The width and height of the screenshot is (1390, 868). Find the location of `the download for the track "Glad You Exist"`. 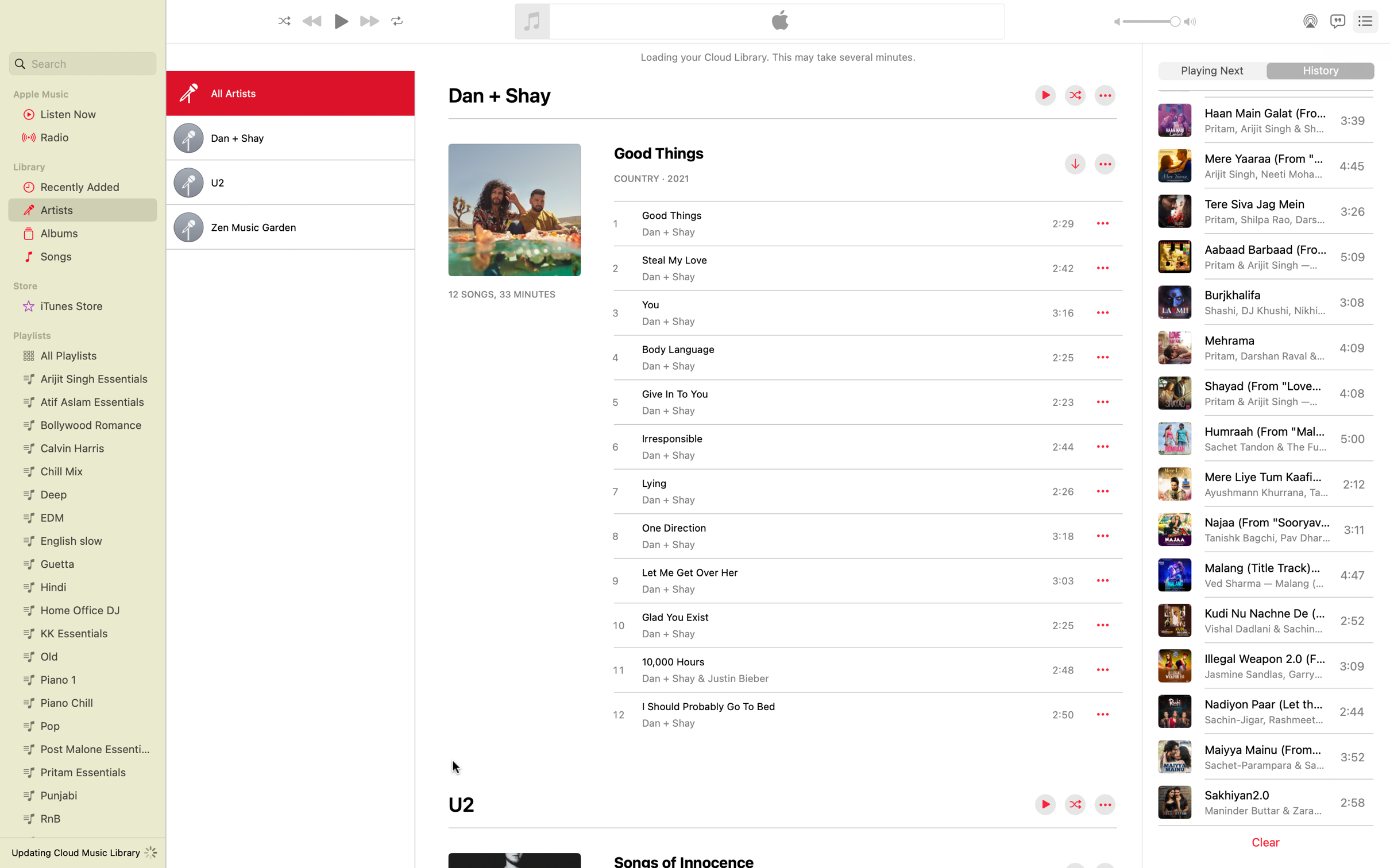

the download for the track "Glad You Exist" is located at coordinates (841, 625).